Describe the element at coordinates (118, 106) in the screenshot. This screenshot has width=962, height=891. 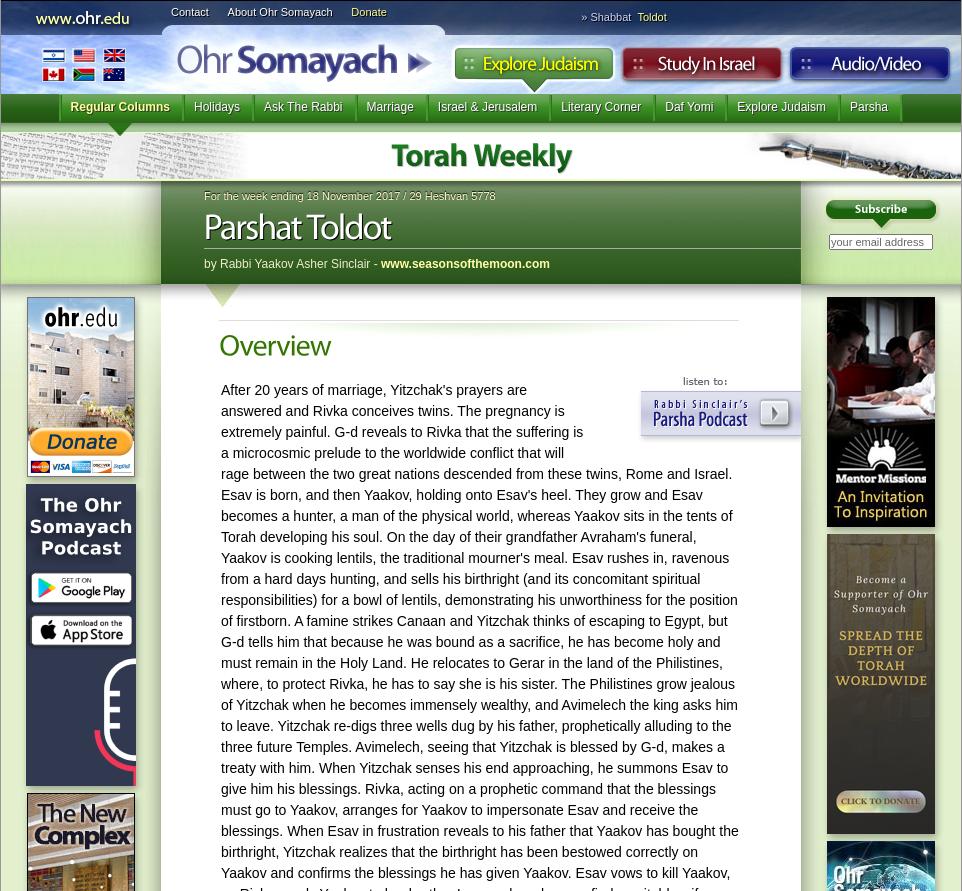
I see `'Regular Columns'` at that location.